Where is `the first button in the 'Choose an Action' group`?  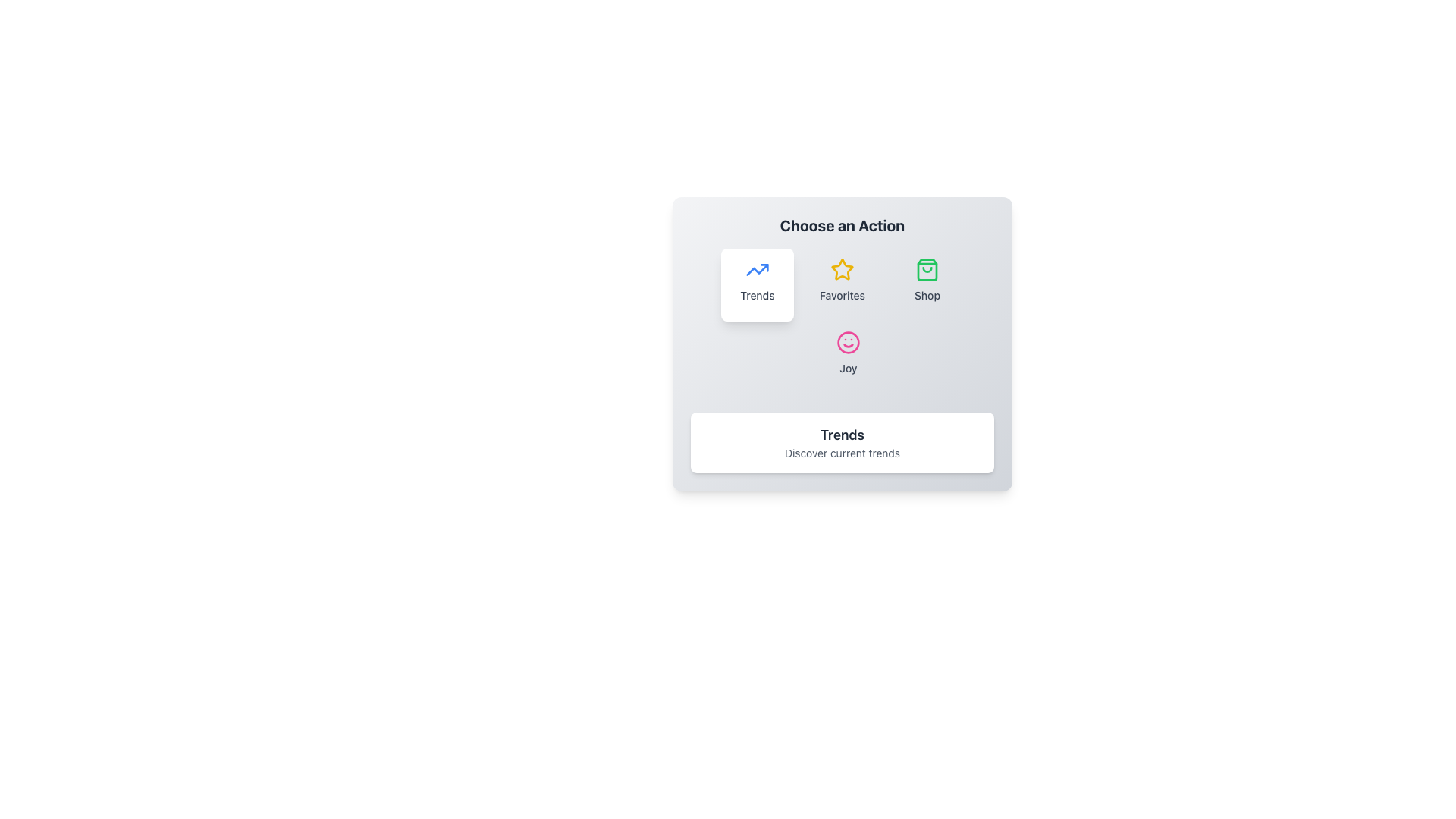
the first button in the 'Choose an Action' group is located at coordinates (757, 284).